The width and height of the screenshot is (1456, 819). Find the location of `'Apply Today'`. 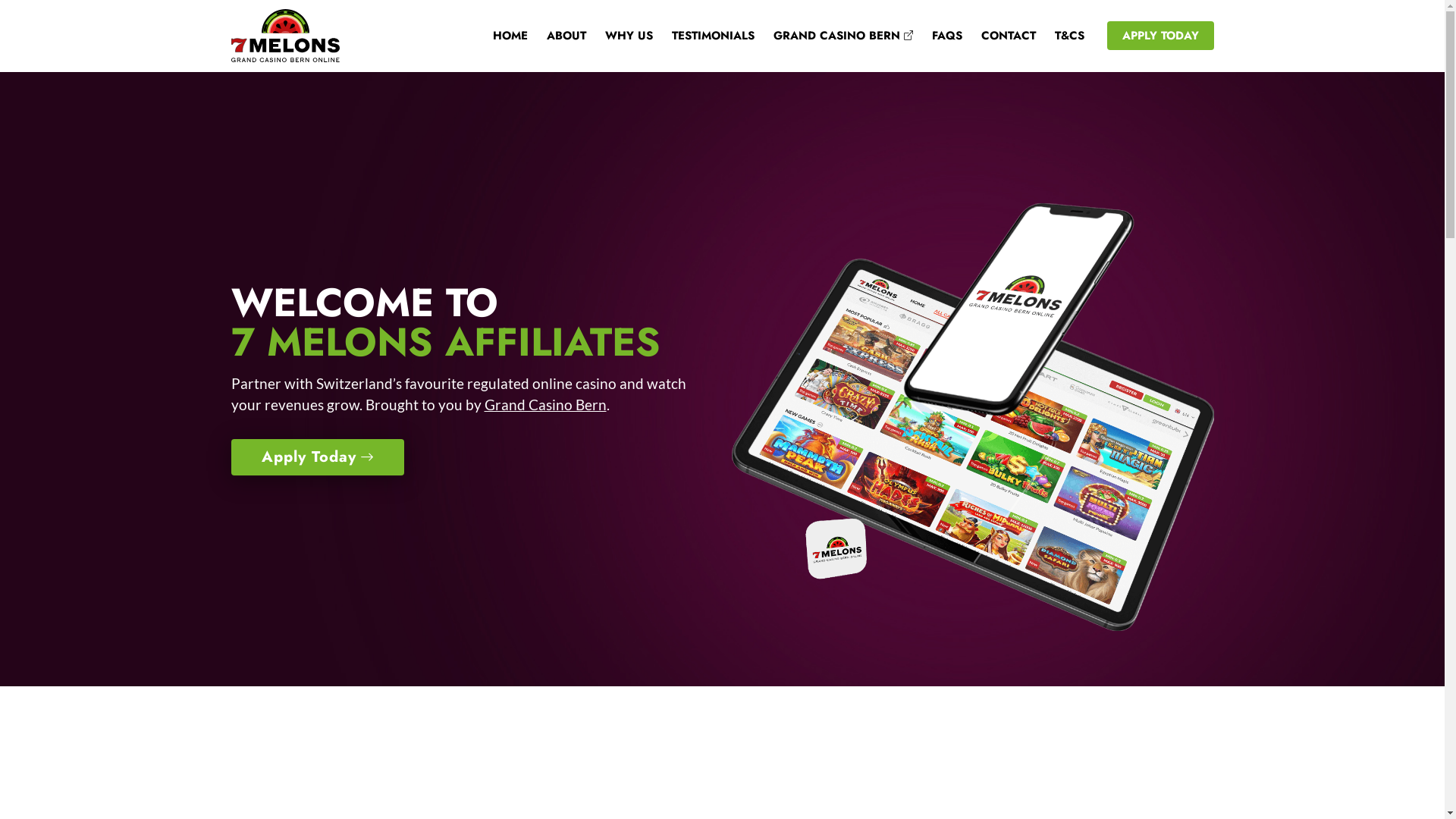

'Apply Today' is located at coordinates (229, 456).